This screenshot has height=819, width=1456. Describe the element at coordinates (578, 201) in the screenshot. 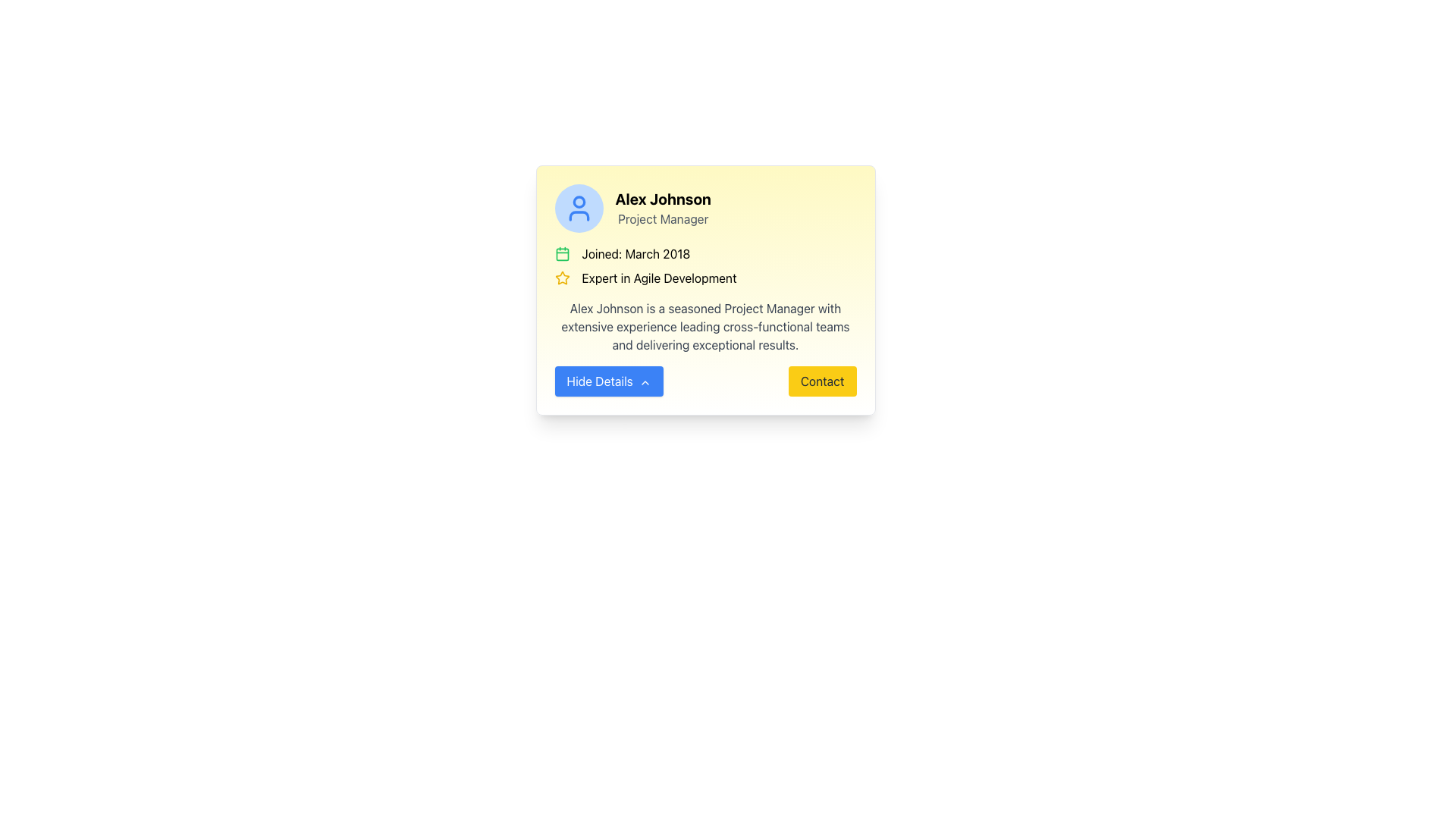

I see `the blue circular SVG icon representing the user's profile picture, which is located in the upper-left section of the user profile card, above the text 'Alex Johnson' and 'Project Manager'` at that location.